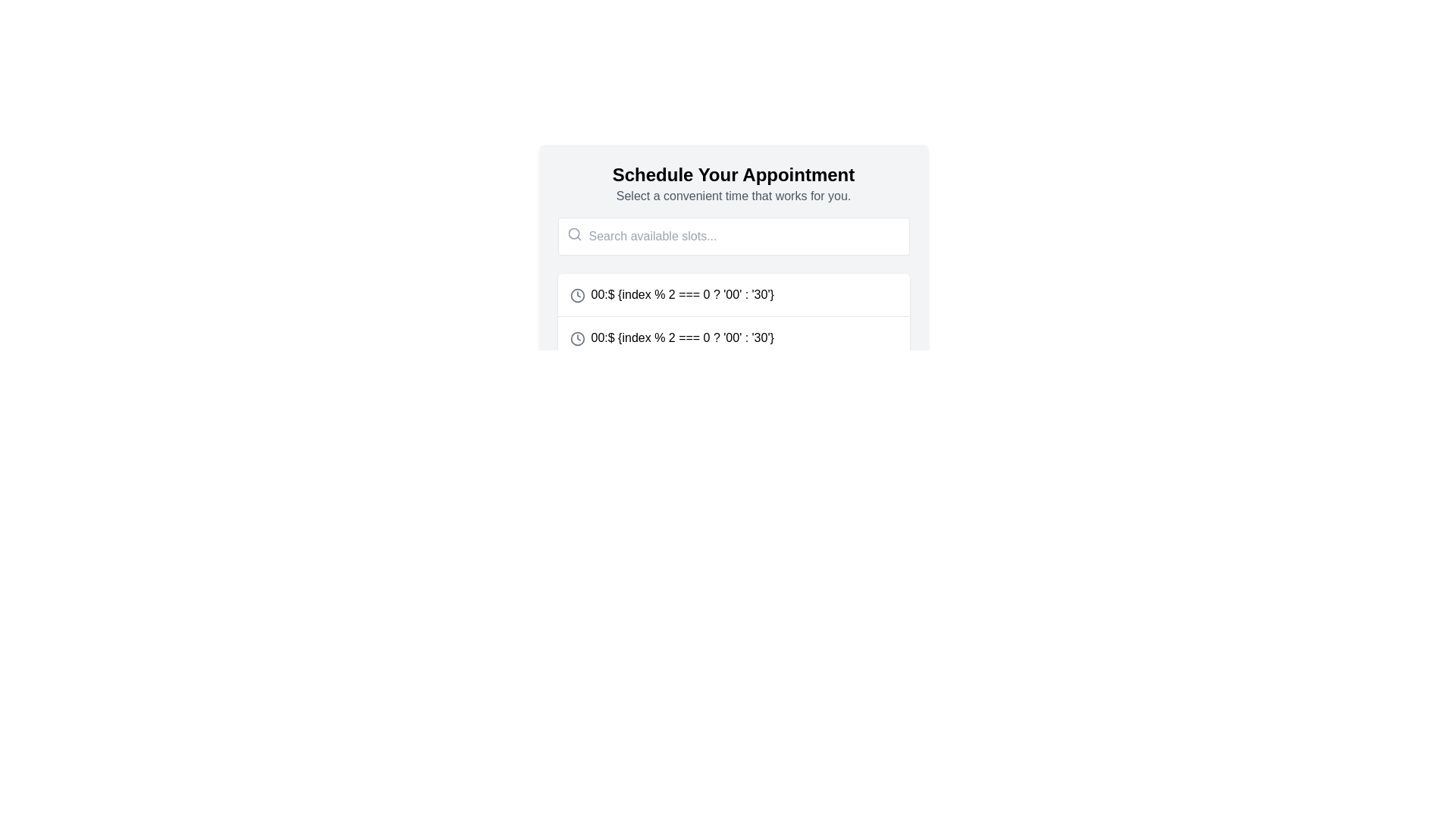 The width and height of the screenshot is (1456, 819). I want to click on the first list item directly below the search bar, so click(733, 295).